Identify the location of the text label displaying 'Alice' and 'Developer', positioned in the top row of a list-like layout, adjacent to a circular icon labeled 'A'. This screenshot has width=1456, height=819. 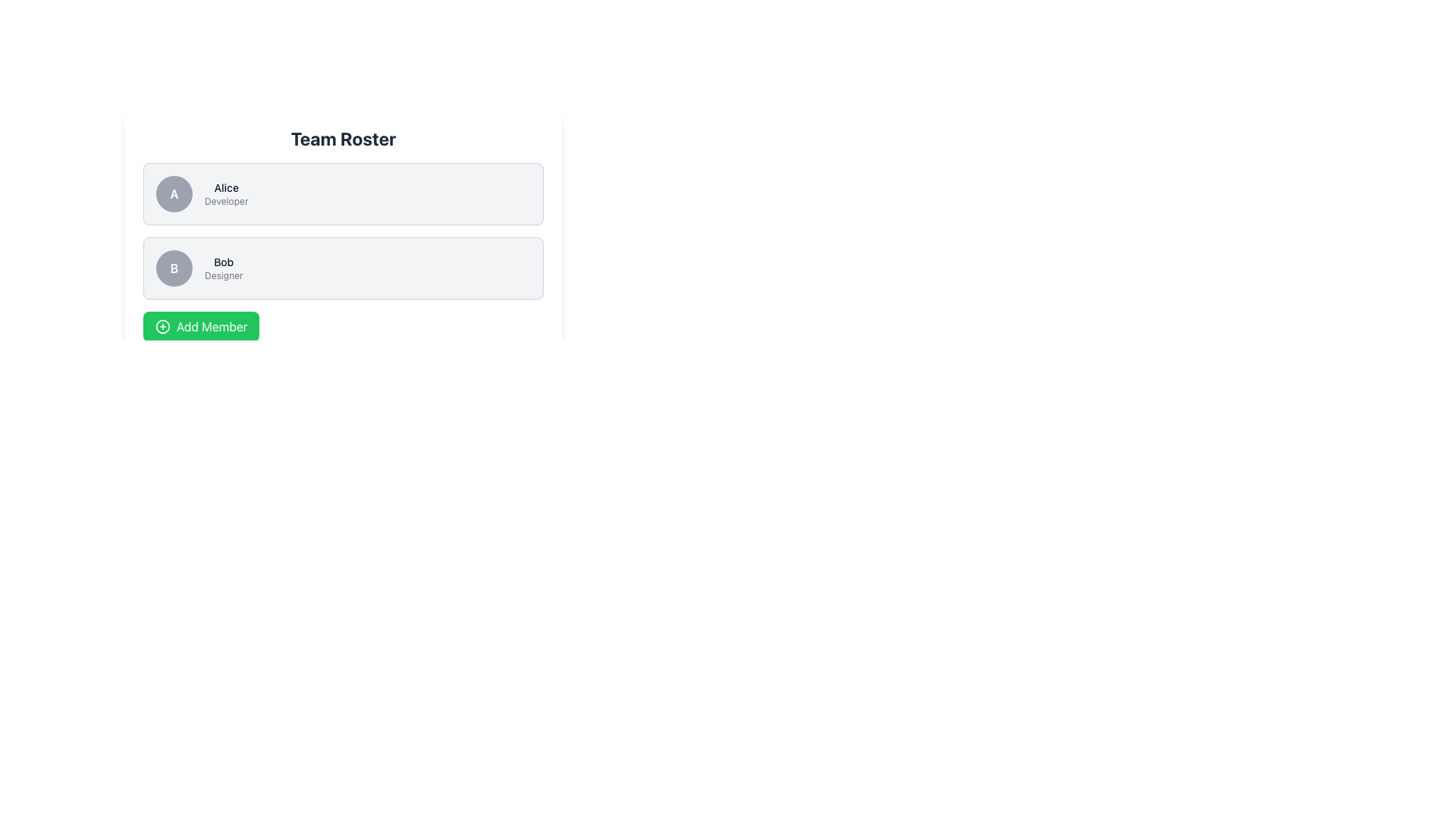
(225, 193).